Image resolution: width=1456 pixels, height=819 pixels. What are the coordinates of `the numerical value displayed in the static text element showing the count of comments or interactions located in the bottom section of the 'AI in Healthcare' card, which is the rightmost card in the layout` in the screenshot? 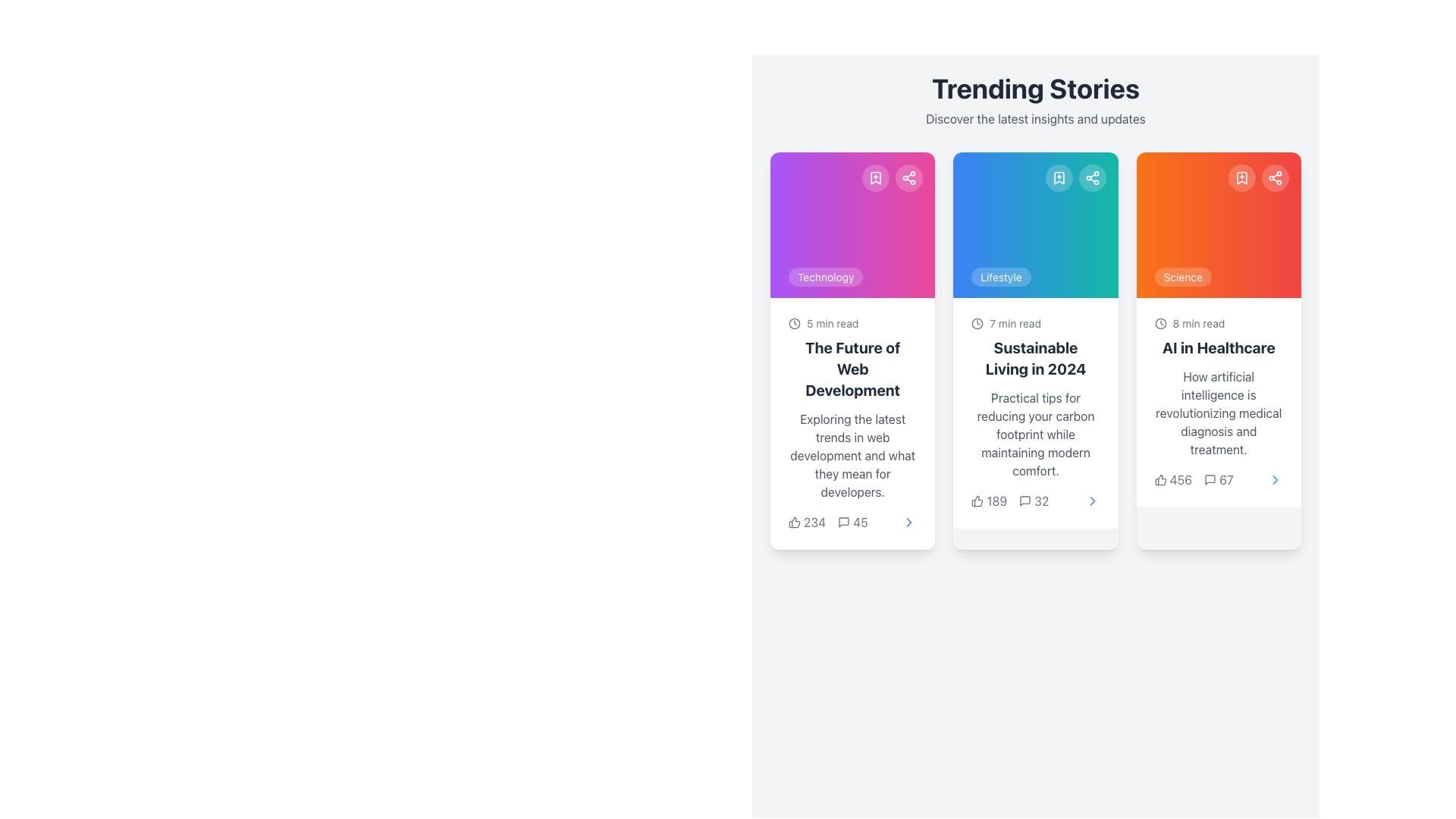 It's located at (1219, 479).